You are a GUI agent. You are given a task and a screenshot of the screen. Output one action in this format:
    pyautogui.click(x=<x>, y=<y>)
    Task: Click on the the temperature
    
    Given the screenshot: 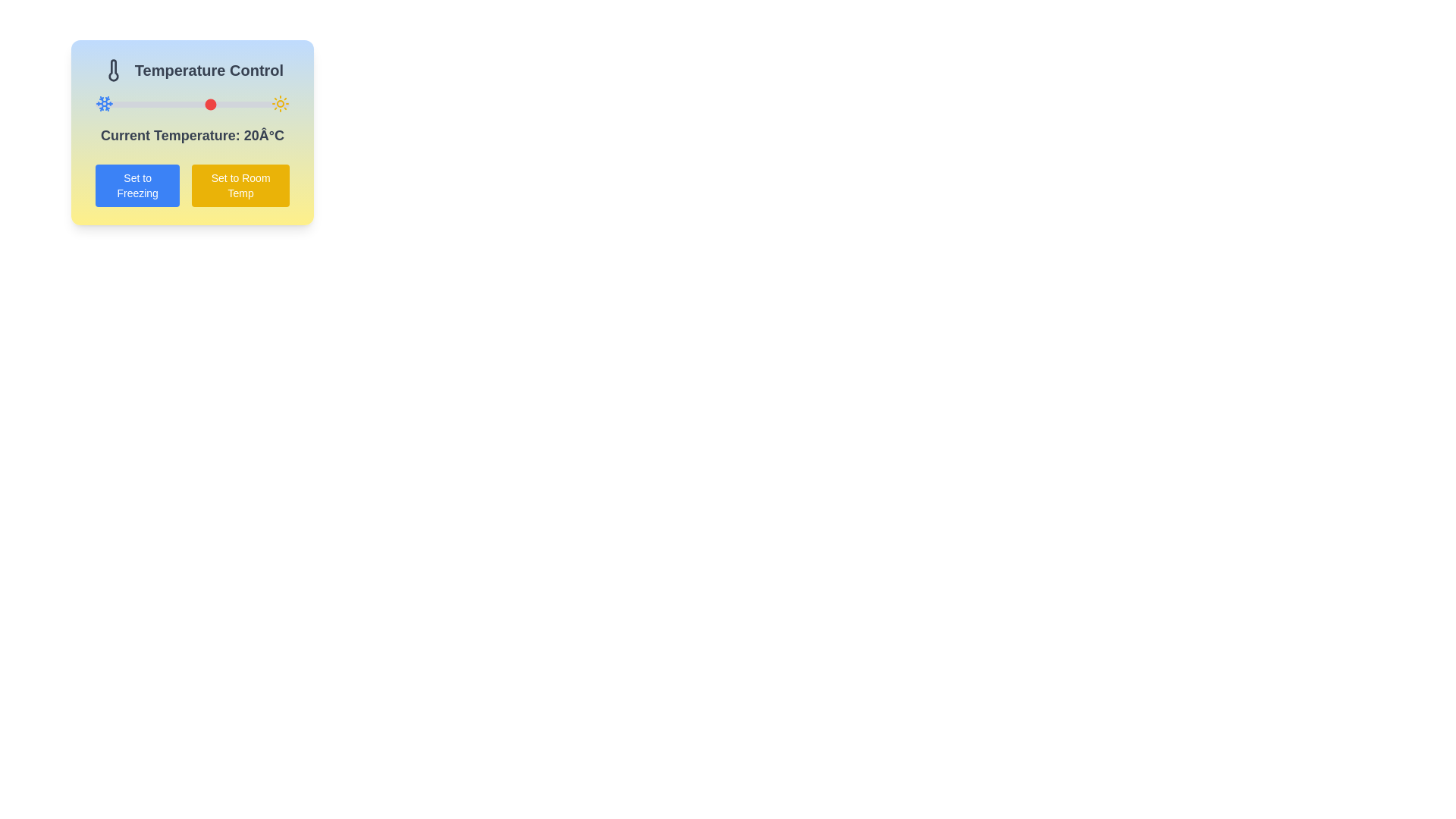 What is the action you would take?
    pyautogui.click(x=134, y=104)
    